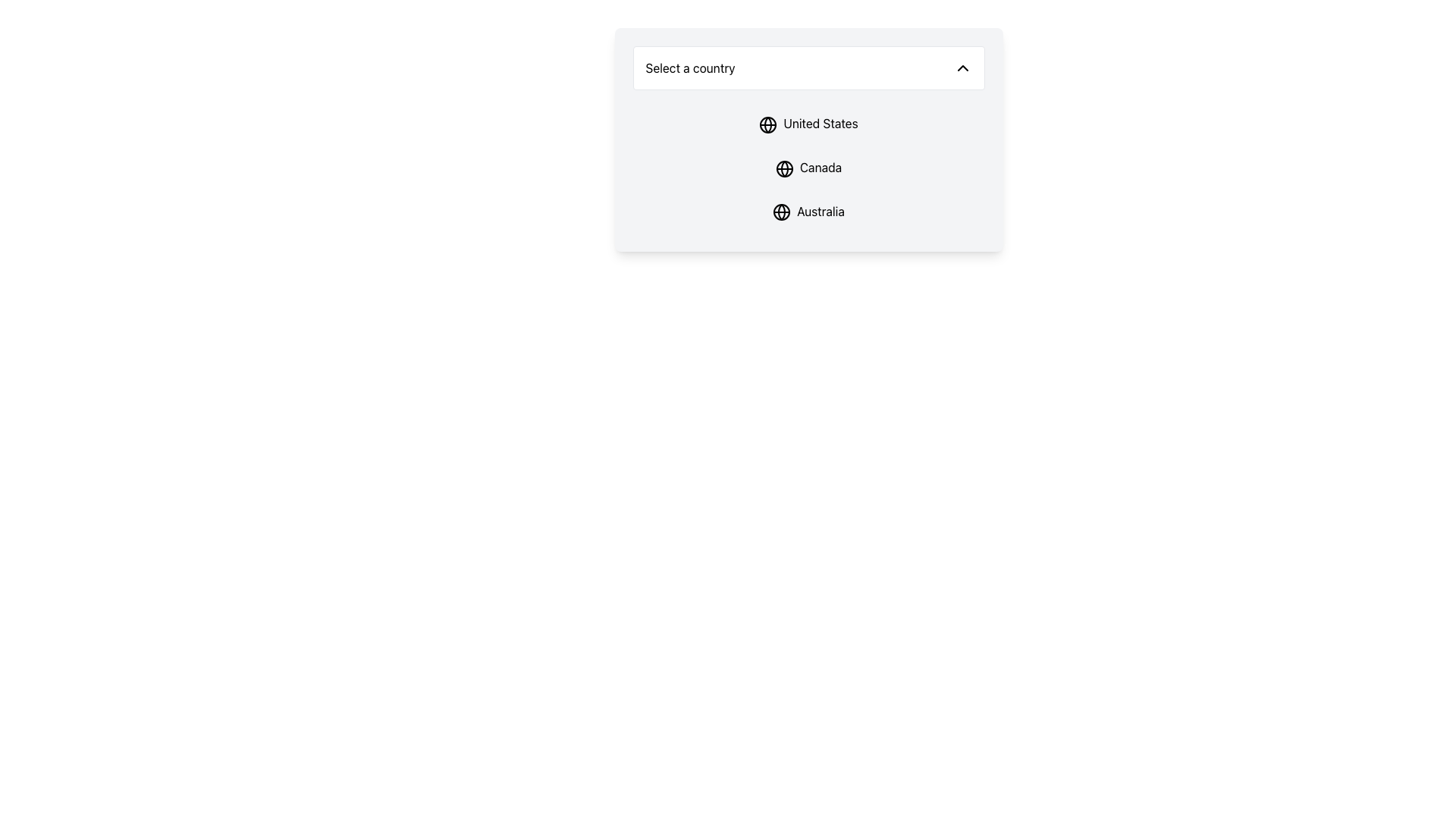 This screenshot has height=819, width=1456. What do you see at coordinates (768, 124) in the screenshot?
I see `the globe icon that is part of the dropdown menu, which appears before the text 'United States'` at bounding box center [768, 124].